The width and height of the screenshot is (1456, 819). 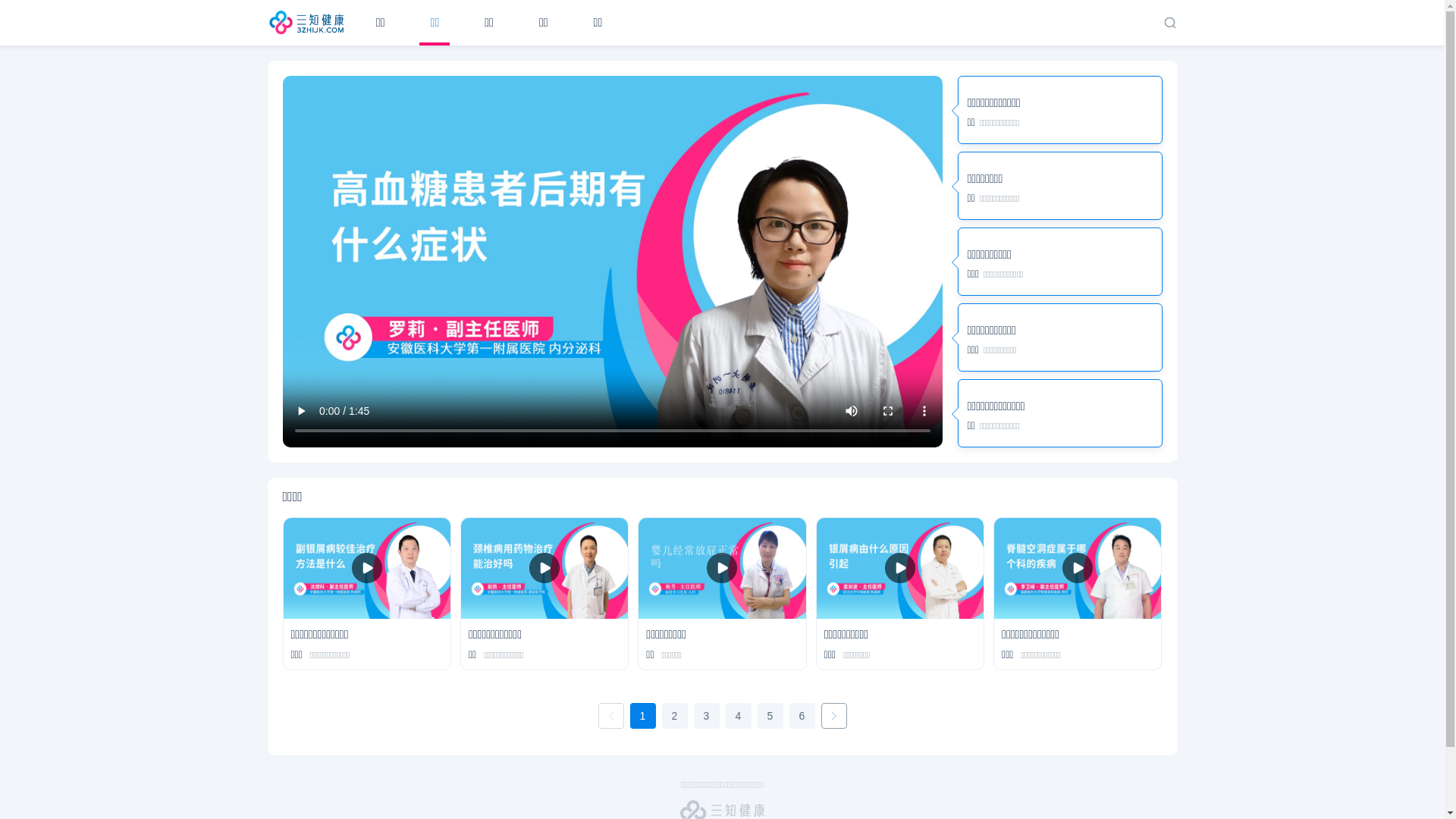 I want to click on '4', so click(x=738, y=716).